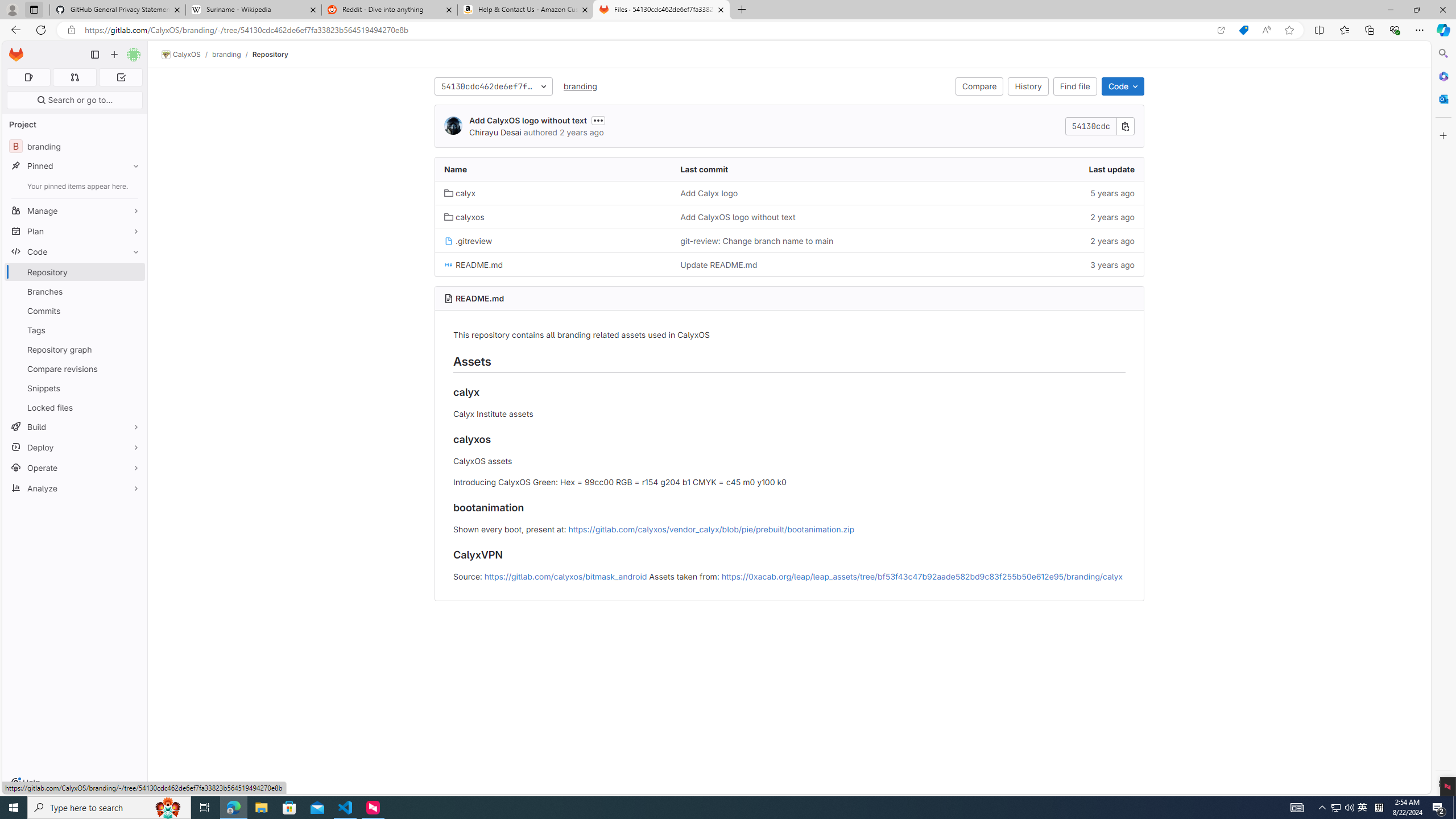  Describe the element at coordinates (1243, 30) in the screenshot. I see `'Shopping in Microsoft Edge'` at that location.